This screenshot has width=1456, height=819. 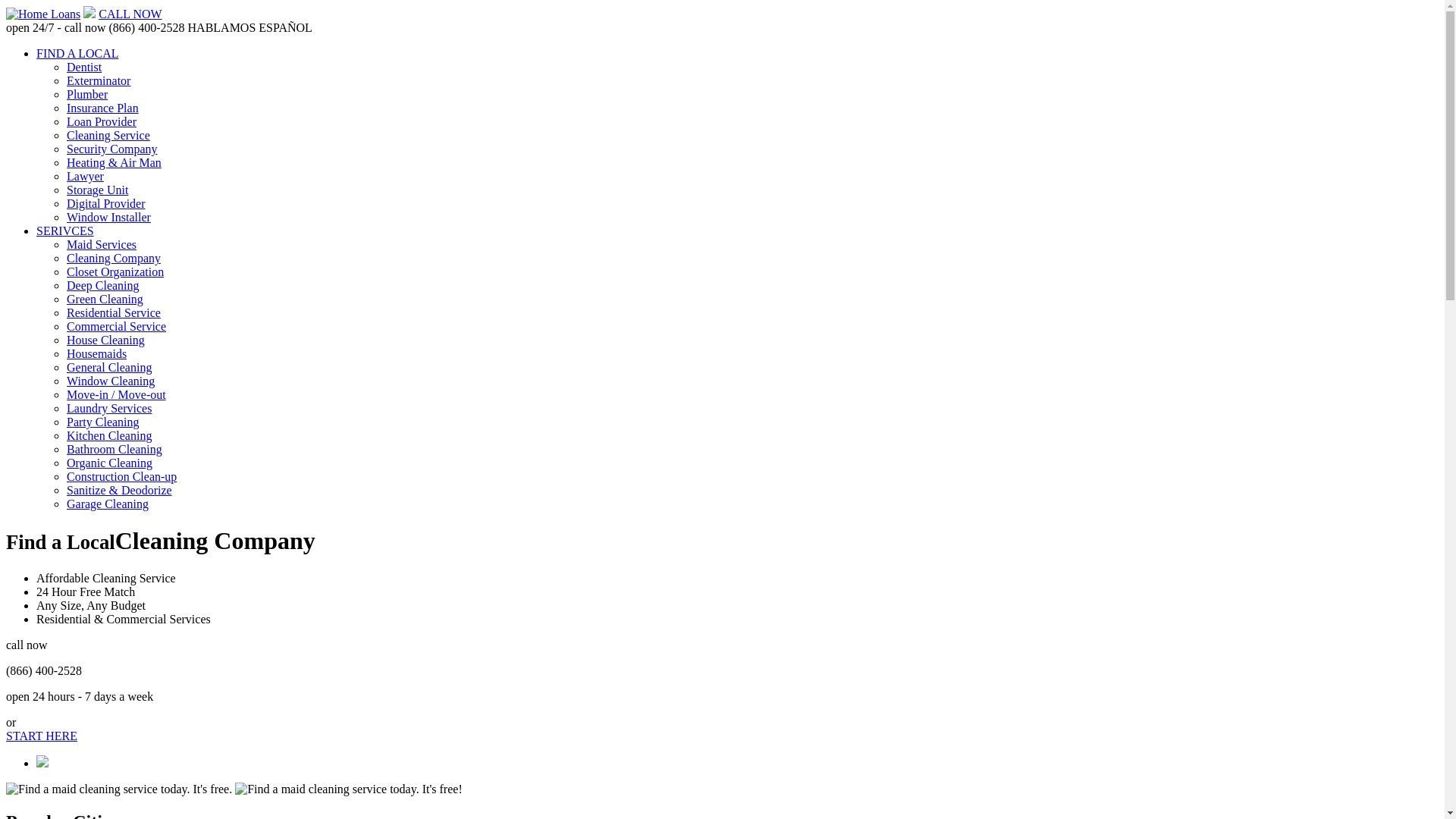 I want to click on 'START HERE', so click(x=41, y=735).